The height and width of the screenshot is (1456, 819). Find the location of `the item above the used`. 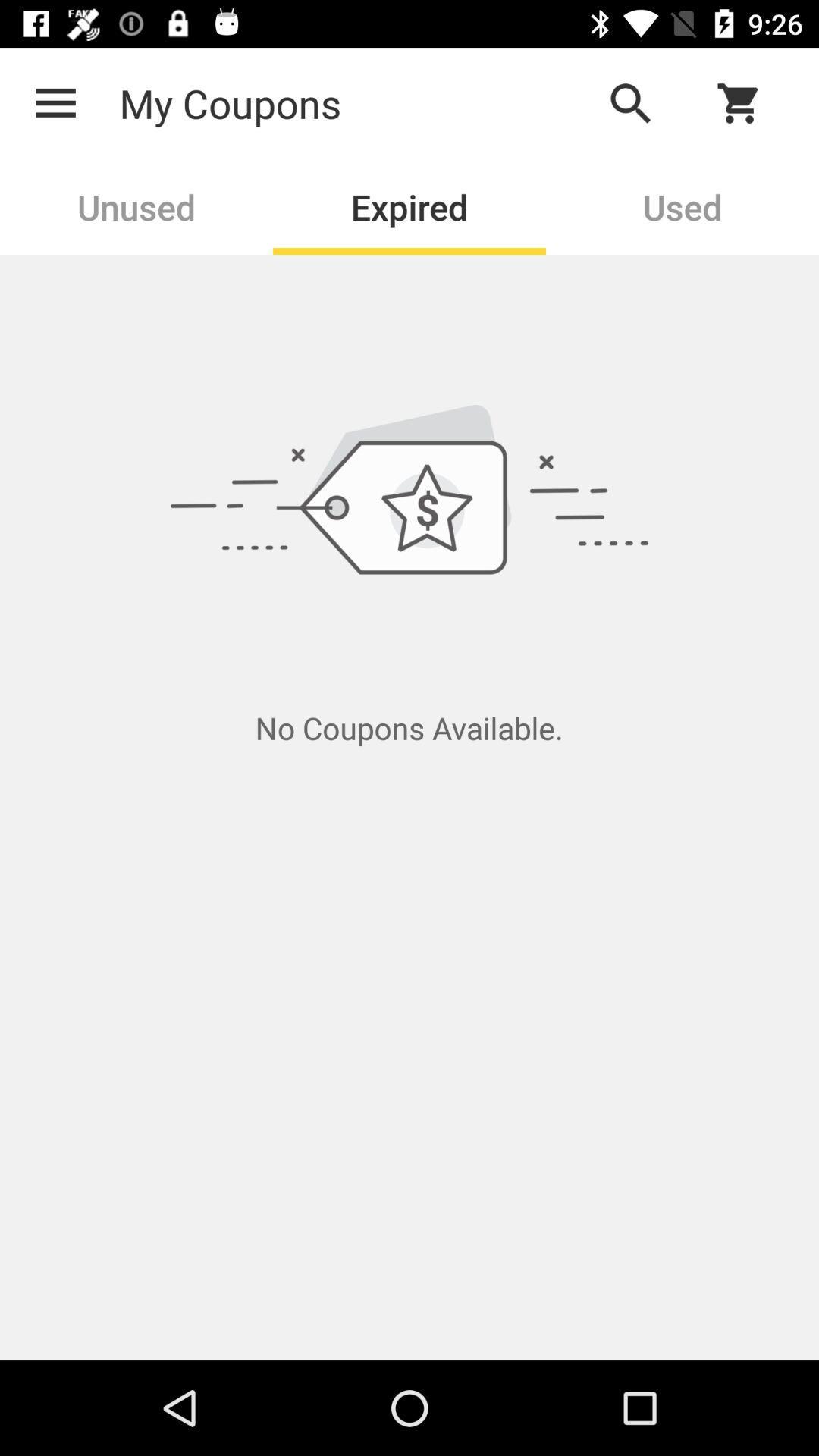

the item above the used is located at coordinates (748, 102).